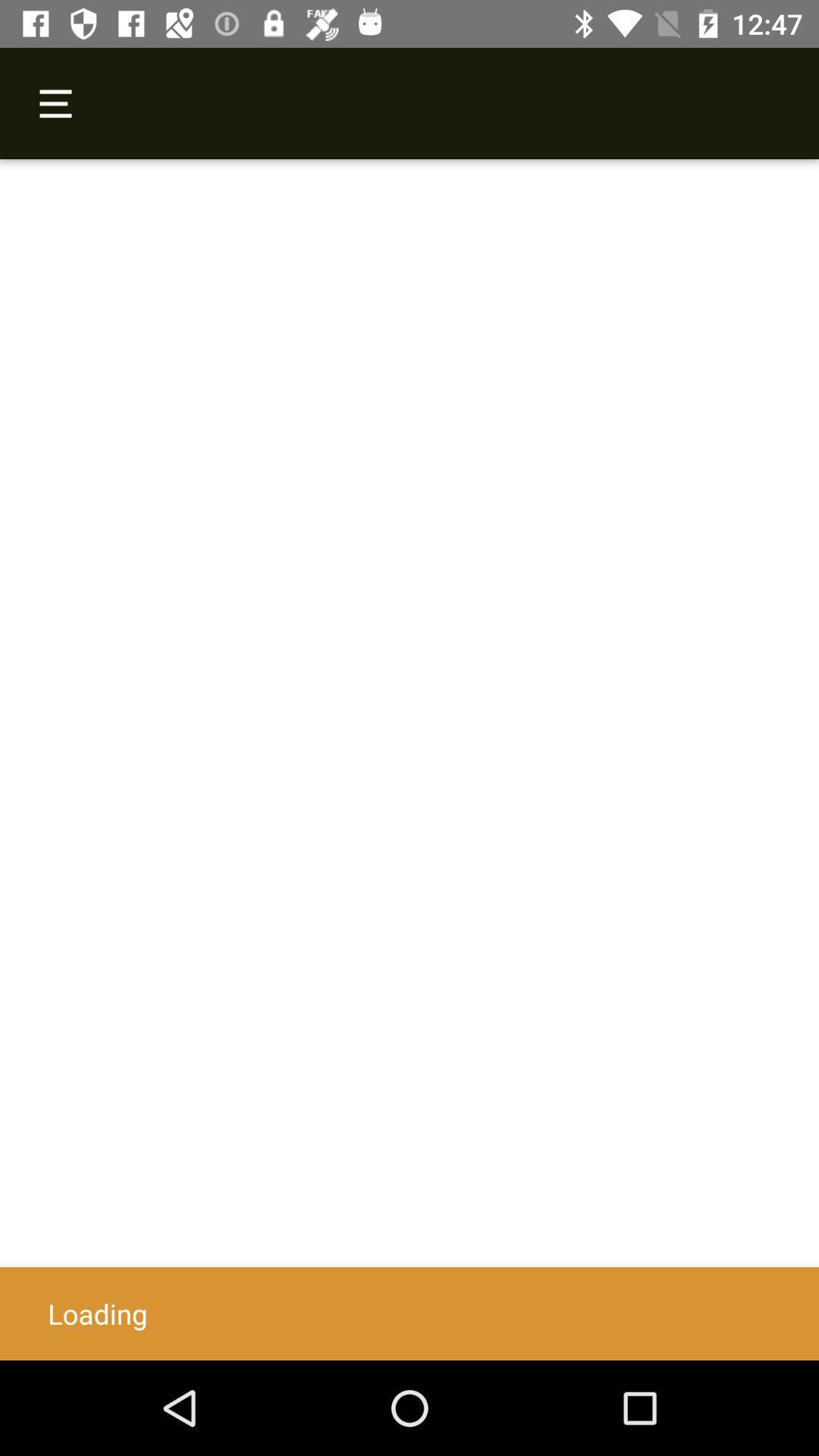  I want to click on icon at the top left corner, so click(55, 102).